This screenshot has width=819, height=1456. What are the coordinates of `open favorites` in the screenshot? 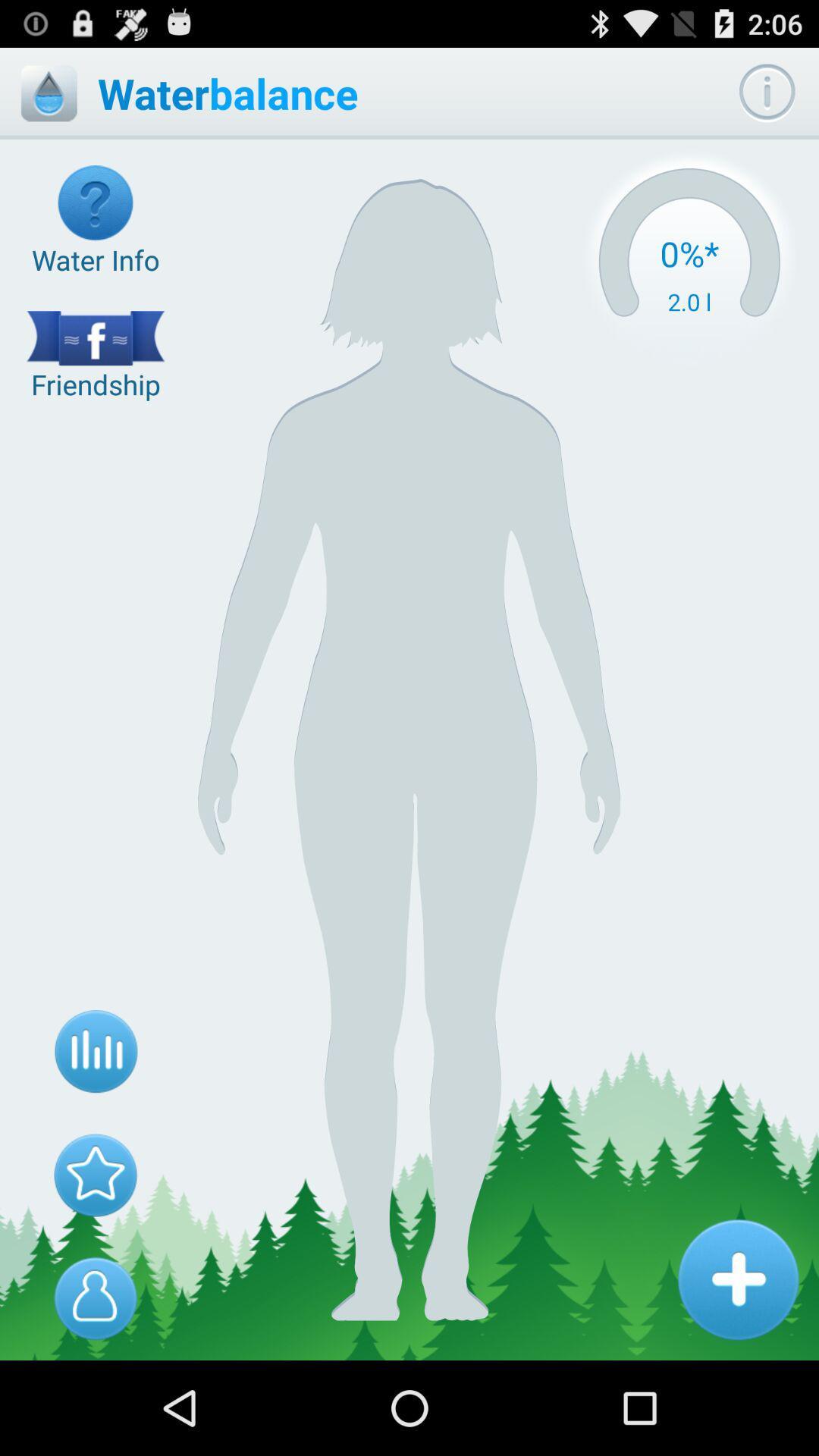 It's located at (96, 1174).